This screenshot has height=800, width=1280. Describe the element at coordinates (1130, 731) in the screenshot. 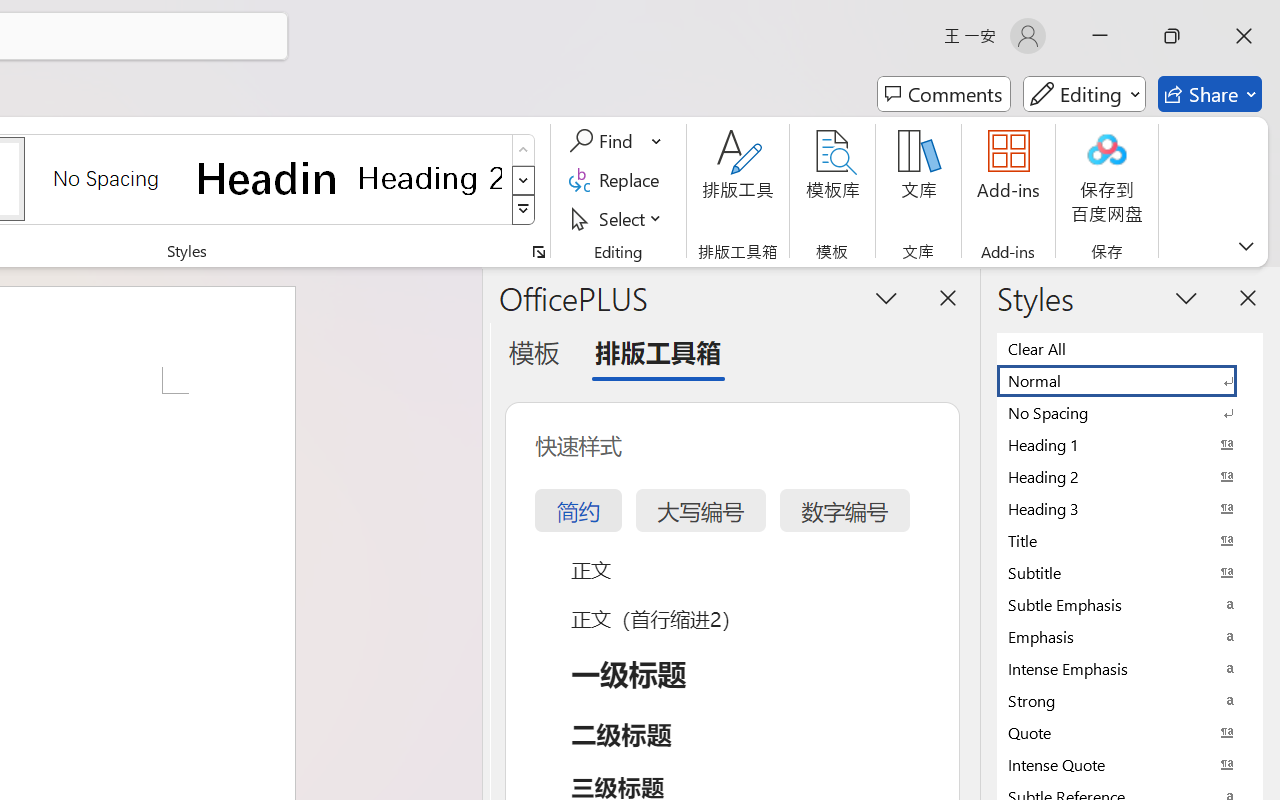

I see `'Quote'` at that location.